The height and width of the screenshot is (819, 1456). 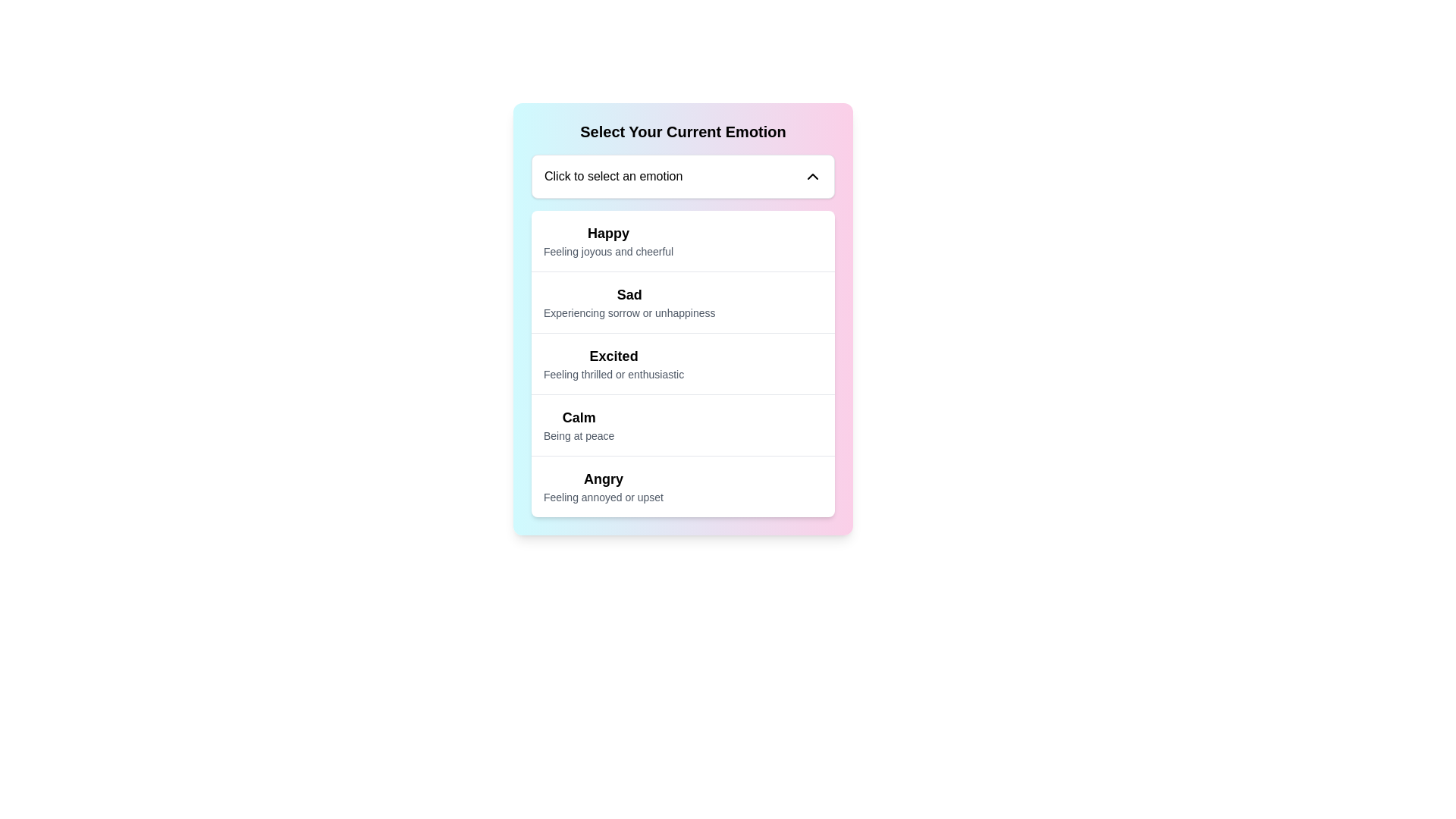 I want to click on the static text display that shows the phrase 'Feeling joyous and cheerful', which is styled with a gray font and located beneath the bold heading 'Happy', so click(x=608, y=250).